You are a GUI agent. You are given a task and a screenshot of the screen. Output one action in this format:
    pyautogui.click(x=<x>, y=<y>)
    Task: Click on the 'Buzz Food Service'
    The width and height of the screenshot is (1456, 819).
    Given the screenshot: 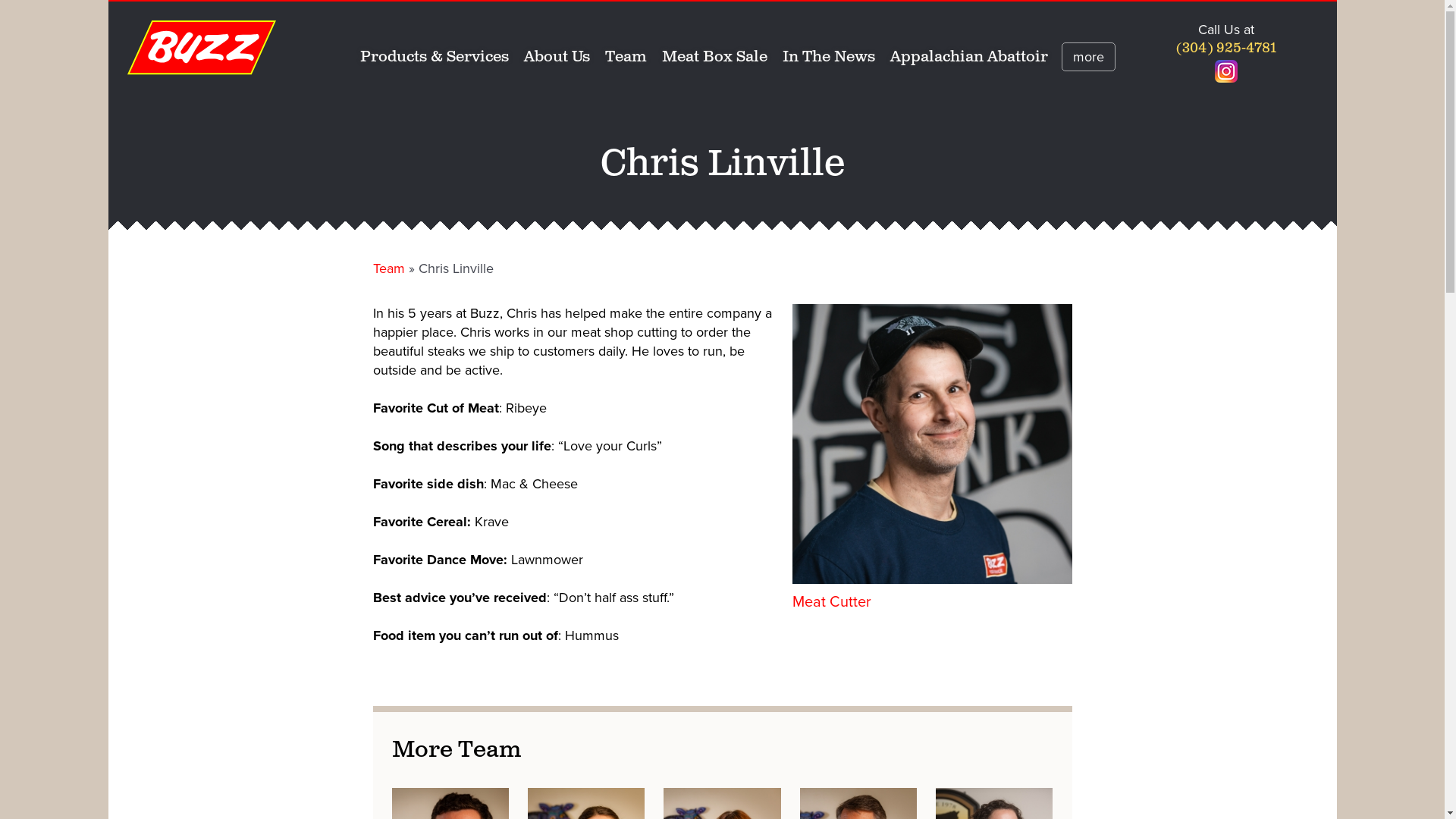 What is the action you would take?
    pyautogui.click(x=201, y=46)
    